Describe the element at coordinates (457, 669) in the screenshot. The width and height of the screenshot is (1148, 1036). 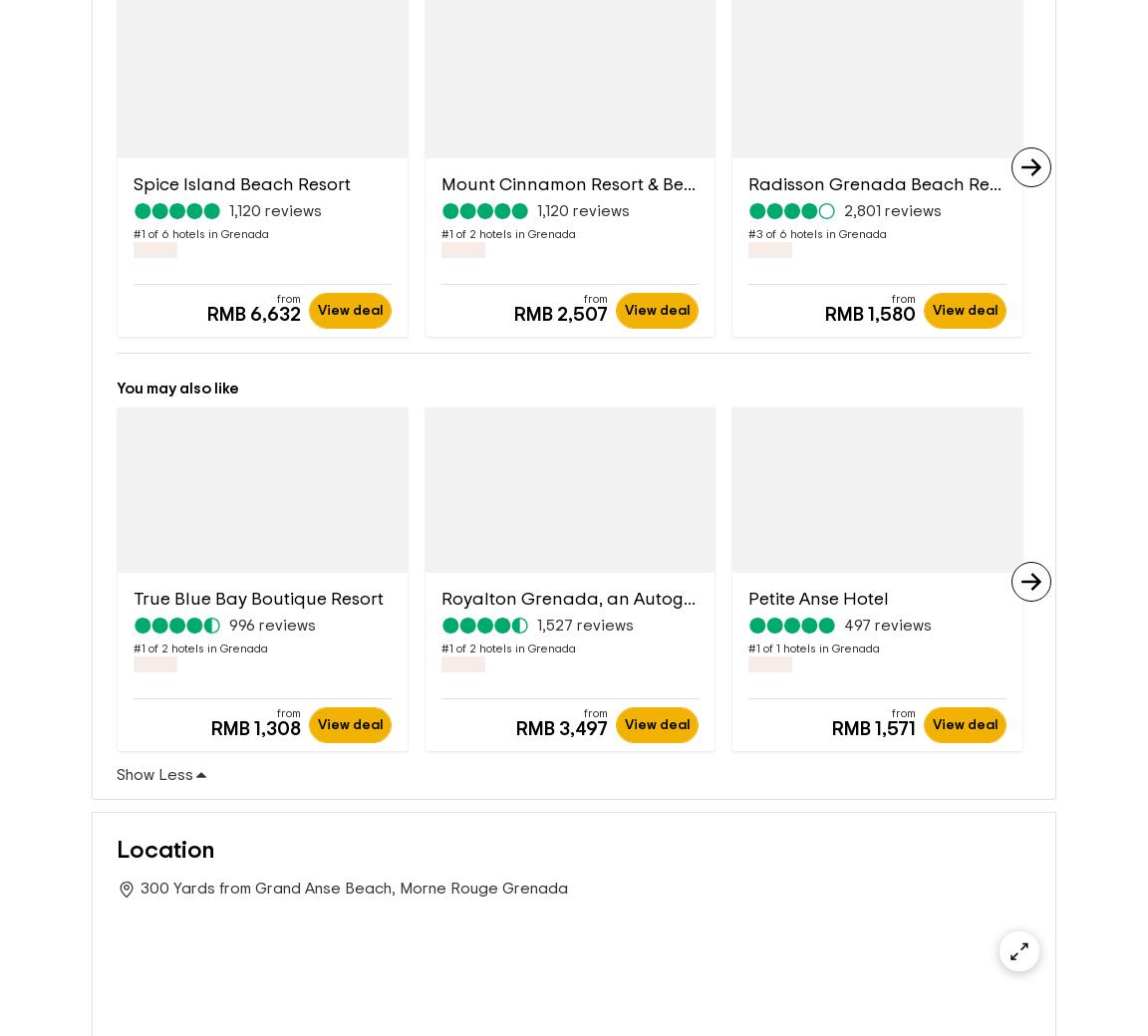
I see `'2'` at that location.